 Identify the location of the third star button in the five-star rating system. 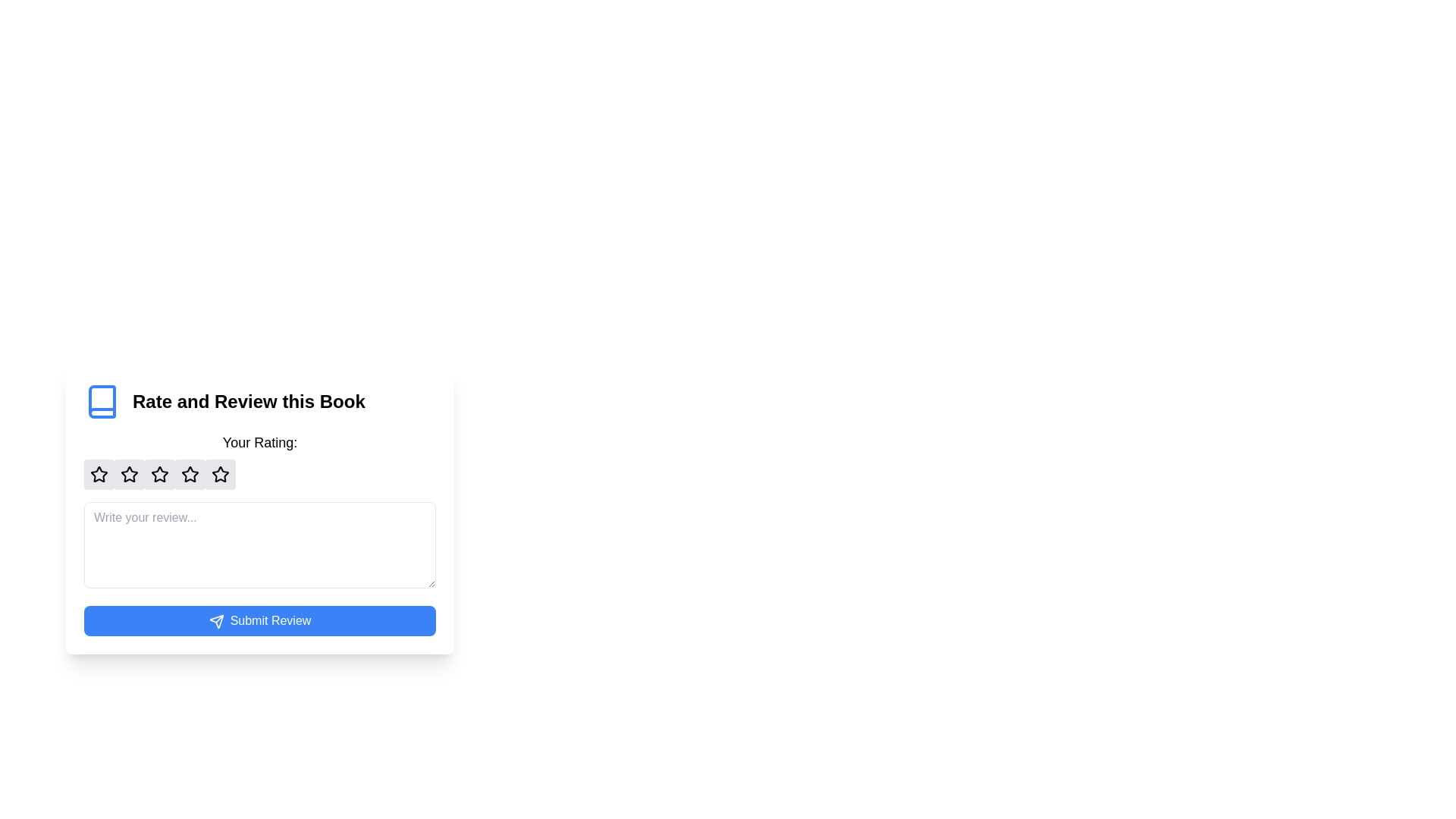
(160, 473).